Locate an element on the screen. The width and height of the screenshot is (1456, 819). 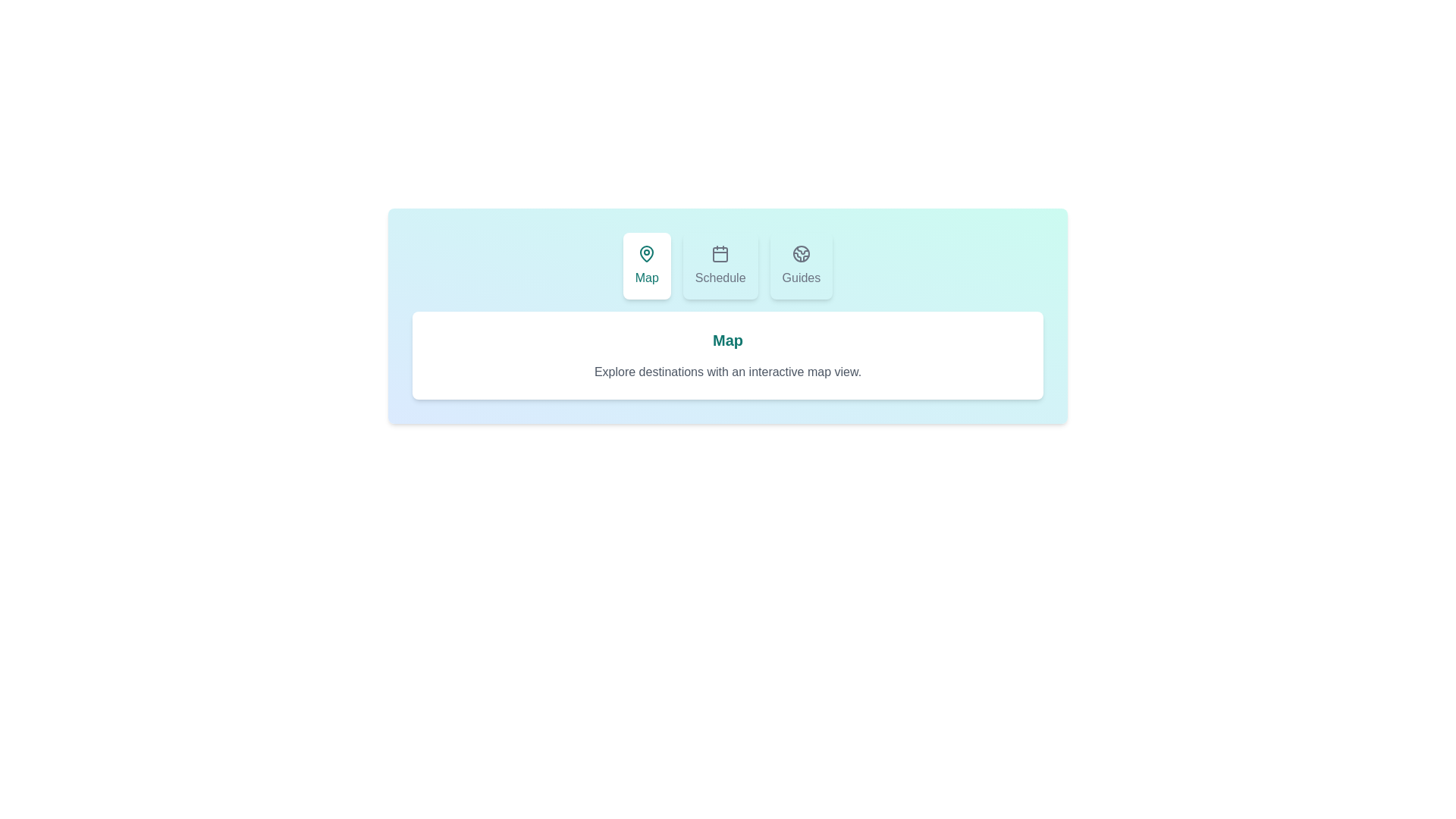
the Schedule tab by clicking on its button is located at coordinates (720, 265).